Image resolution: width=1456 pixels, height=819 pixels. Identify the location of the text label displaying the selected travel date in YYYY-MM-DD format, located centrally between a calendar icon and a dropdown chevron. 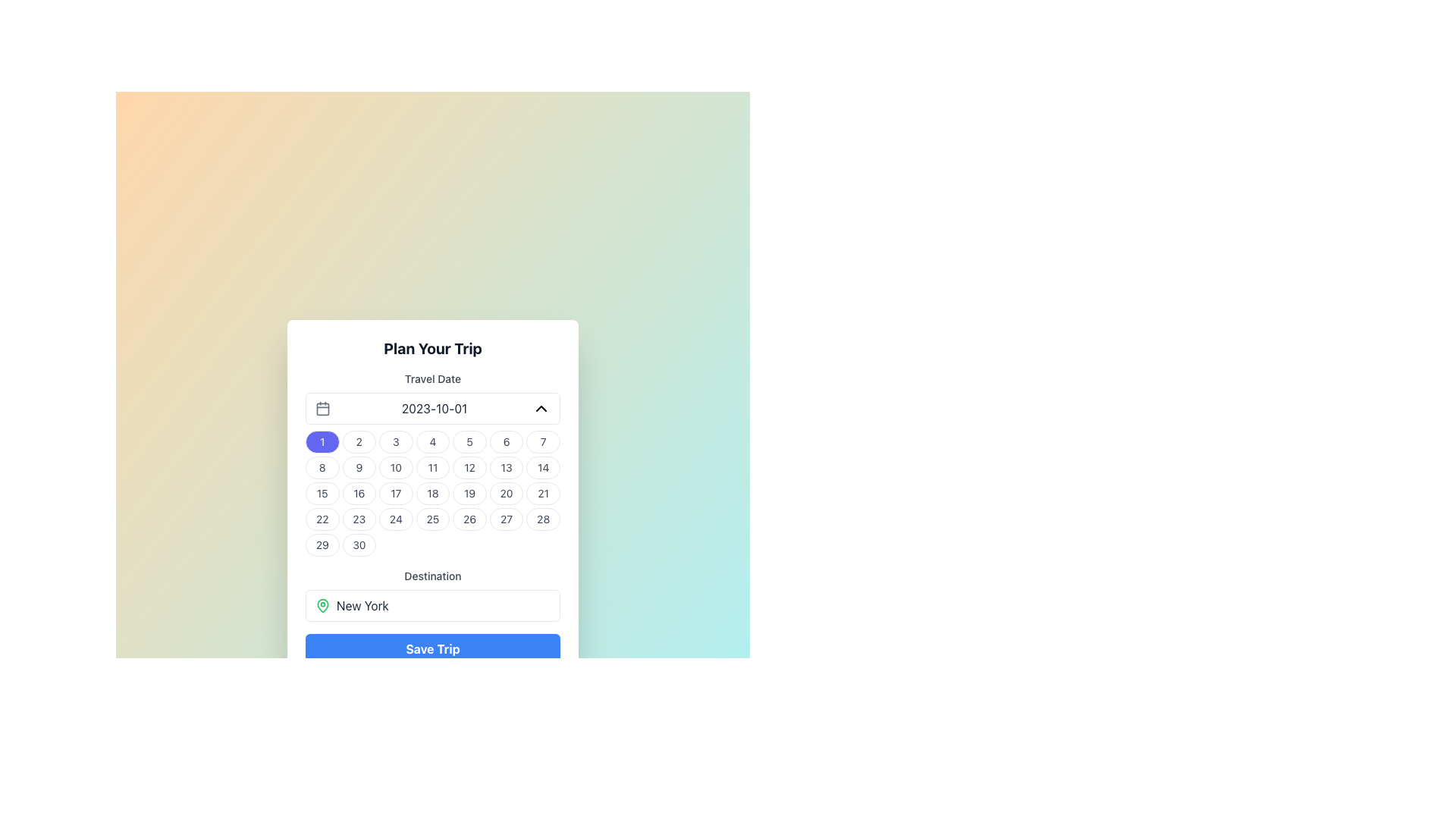
(433, 408).